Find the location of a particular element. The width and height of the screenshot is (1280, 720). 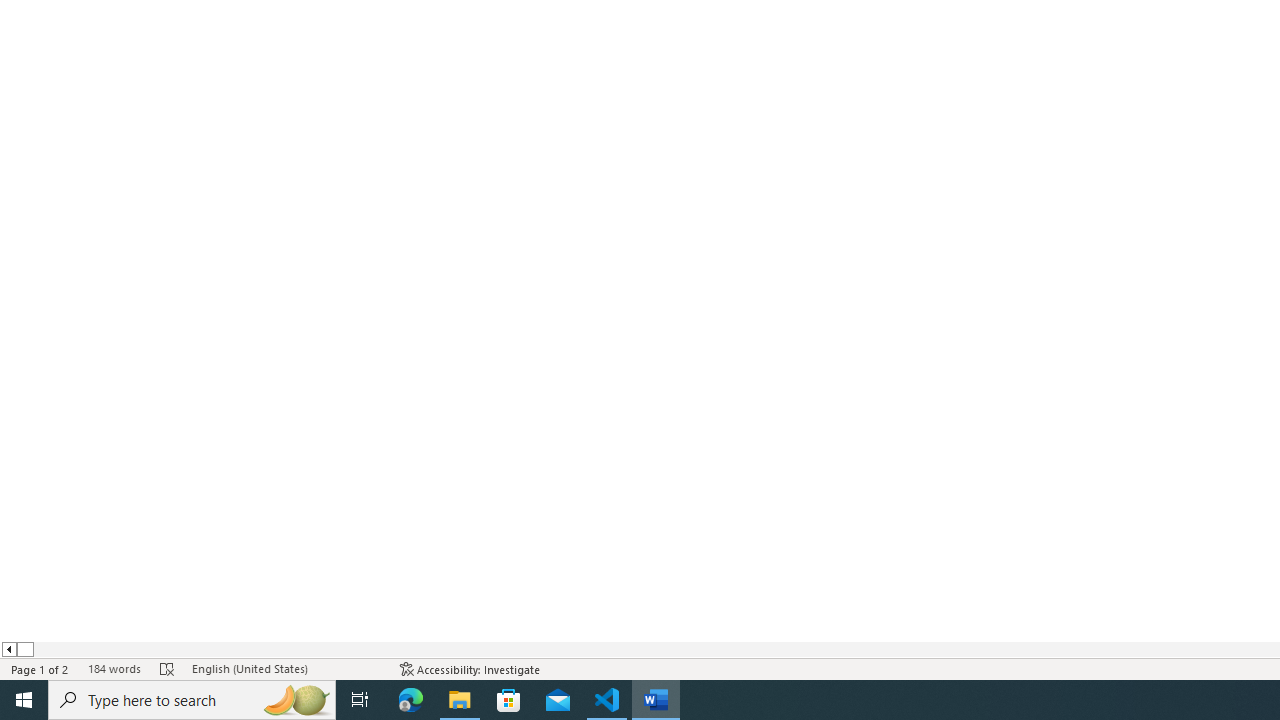

'Page Number Page 1 of 2' is located at coordinates (40, 669).